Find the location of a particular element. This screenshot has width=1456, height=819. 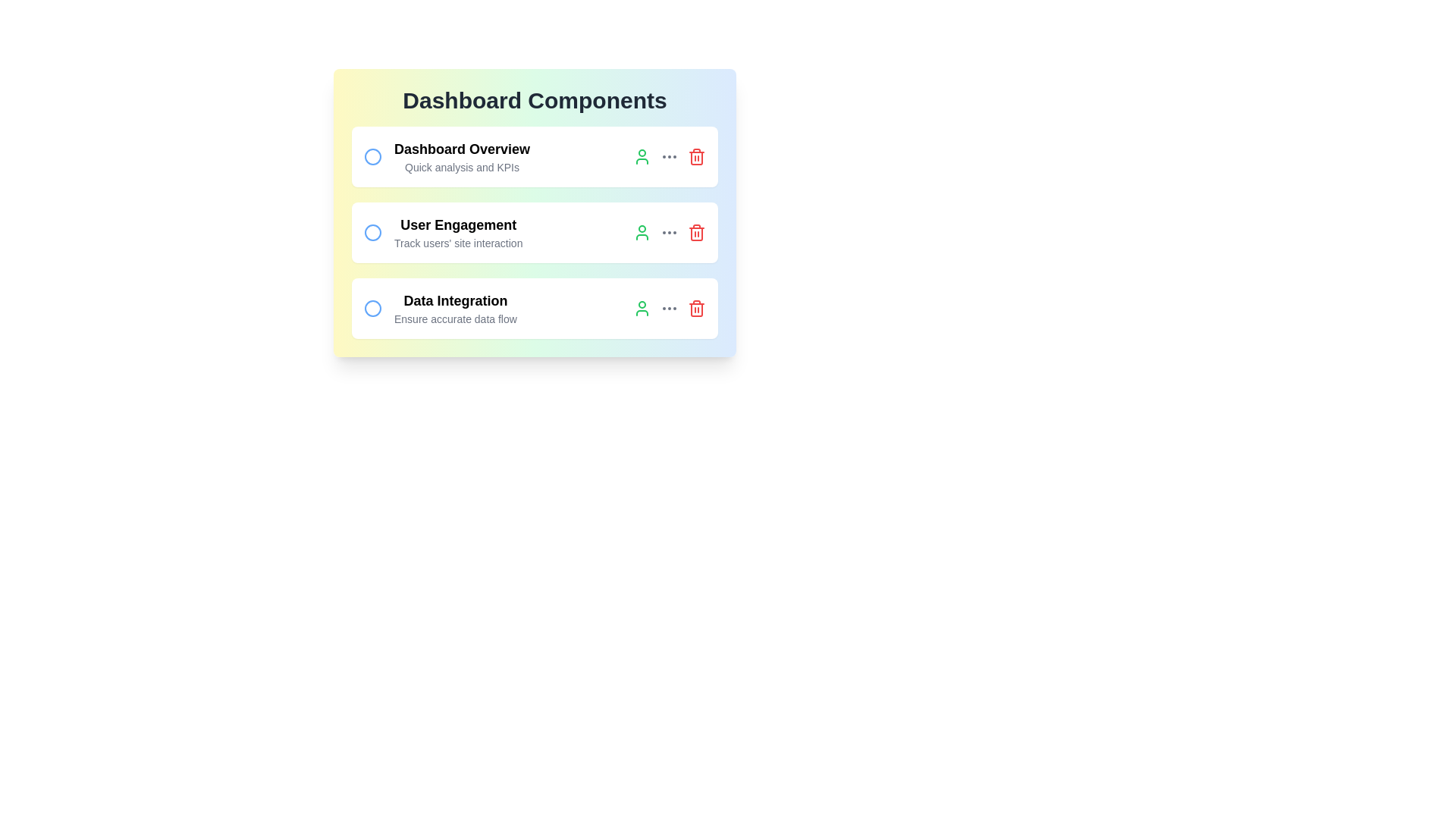

the circle next to the task 'User Engagement' to select it is located at coordinates (372, 233).